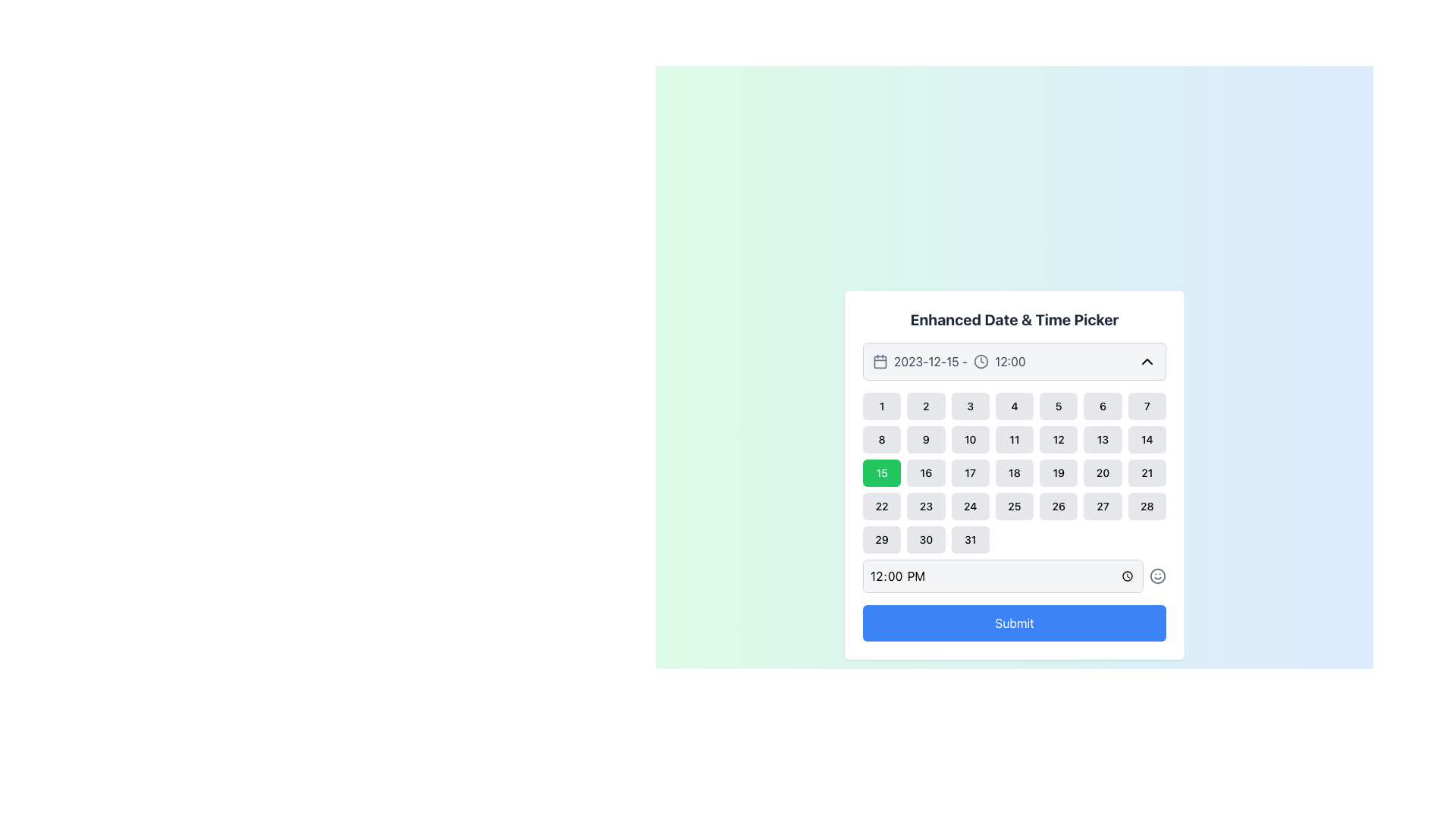 The width and height of the screenshot is (1456, 819). Describe the element at coordinates (1156, 576) in the screenshot. I see `the circular SVG graphic representing part of a smiley face icon located near the bottom-right of the date and time picker` at that location.